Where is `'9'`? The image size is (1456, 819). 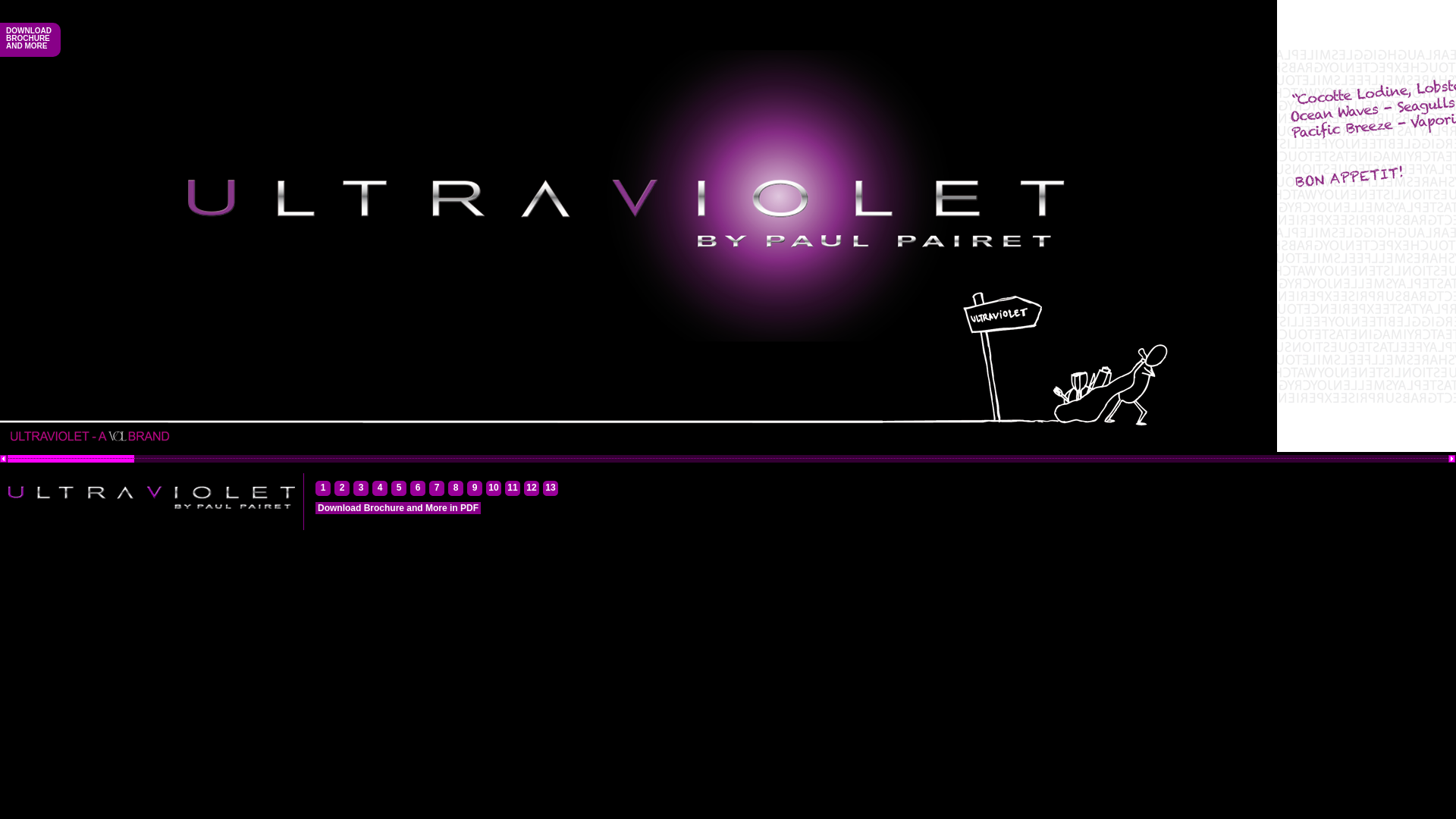
'9' is located at coordinates (466, 488).